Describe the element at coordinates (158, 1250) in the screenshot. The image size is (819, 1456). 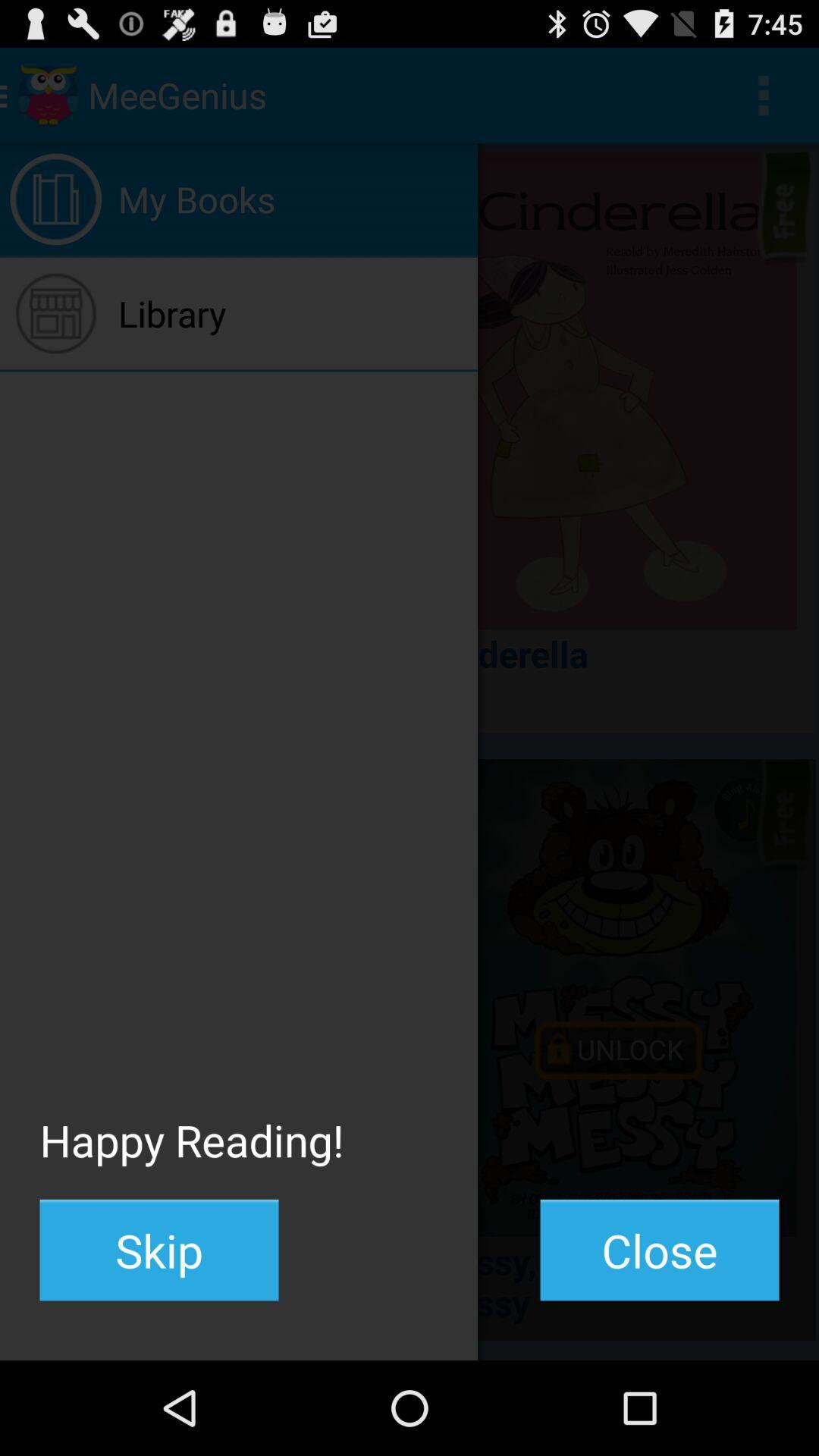
I see `item below happy reading! item` at that location.